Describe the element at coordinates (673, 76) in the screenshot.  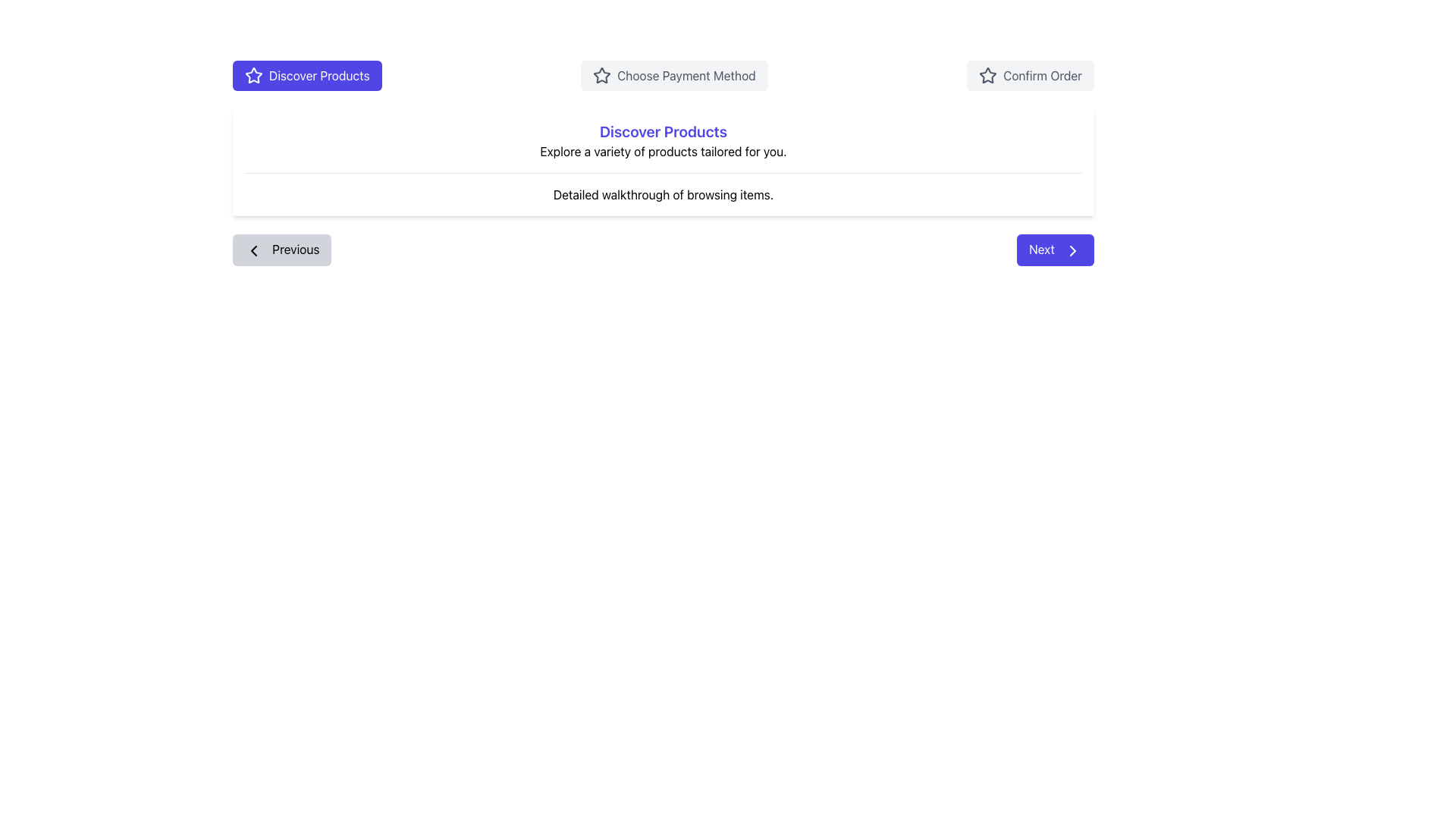
I see `the 'Choose Payment Method' button with gray text and a star icon for keyboard navigation` at that location.